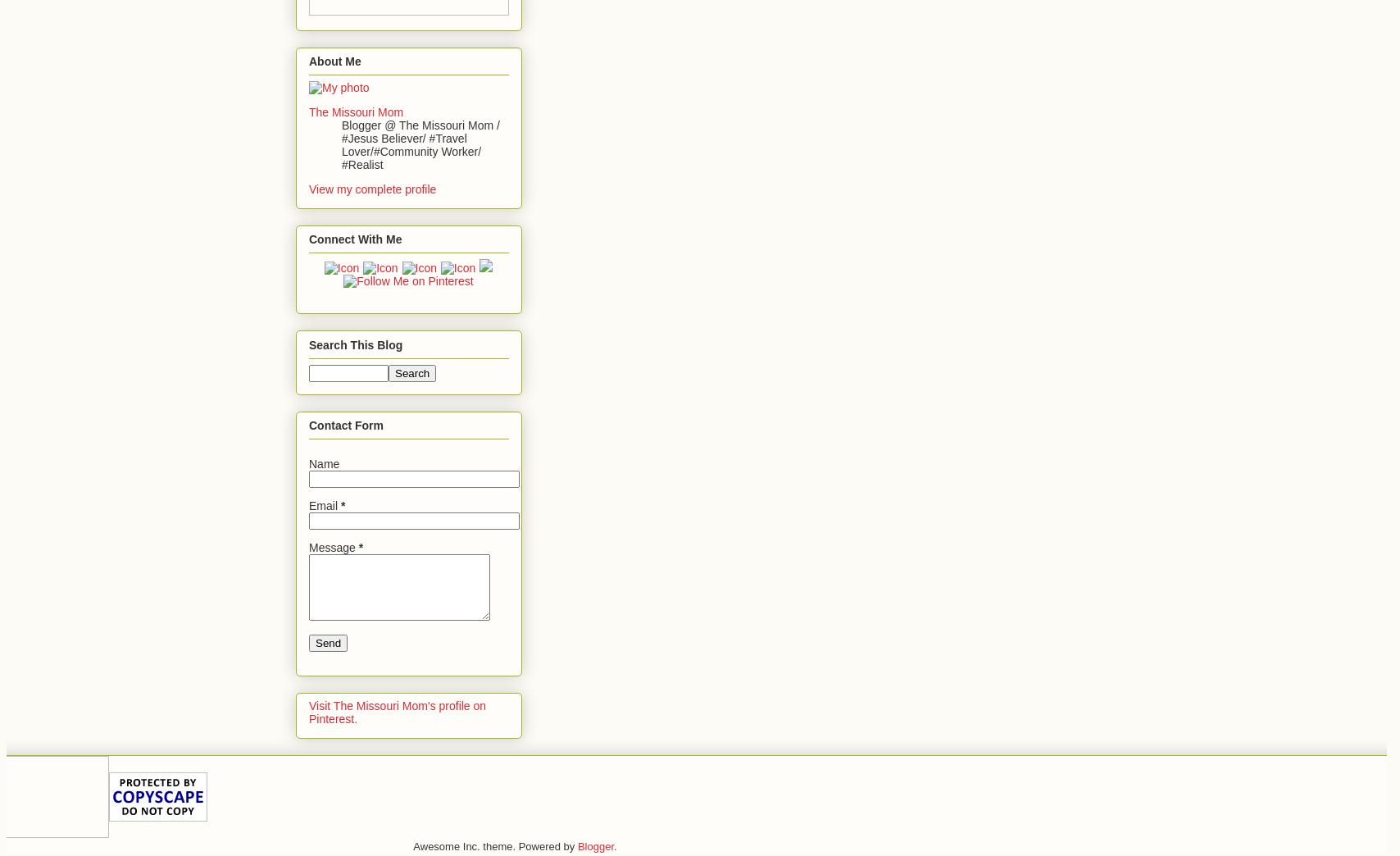  I want to click on 'Visit The Missouri Mom's profile on Pinterest.', so click(397, 713).